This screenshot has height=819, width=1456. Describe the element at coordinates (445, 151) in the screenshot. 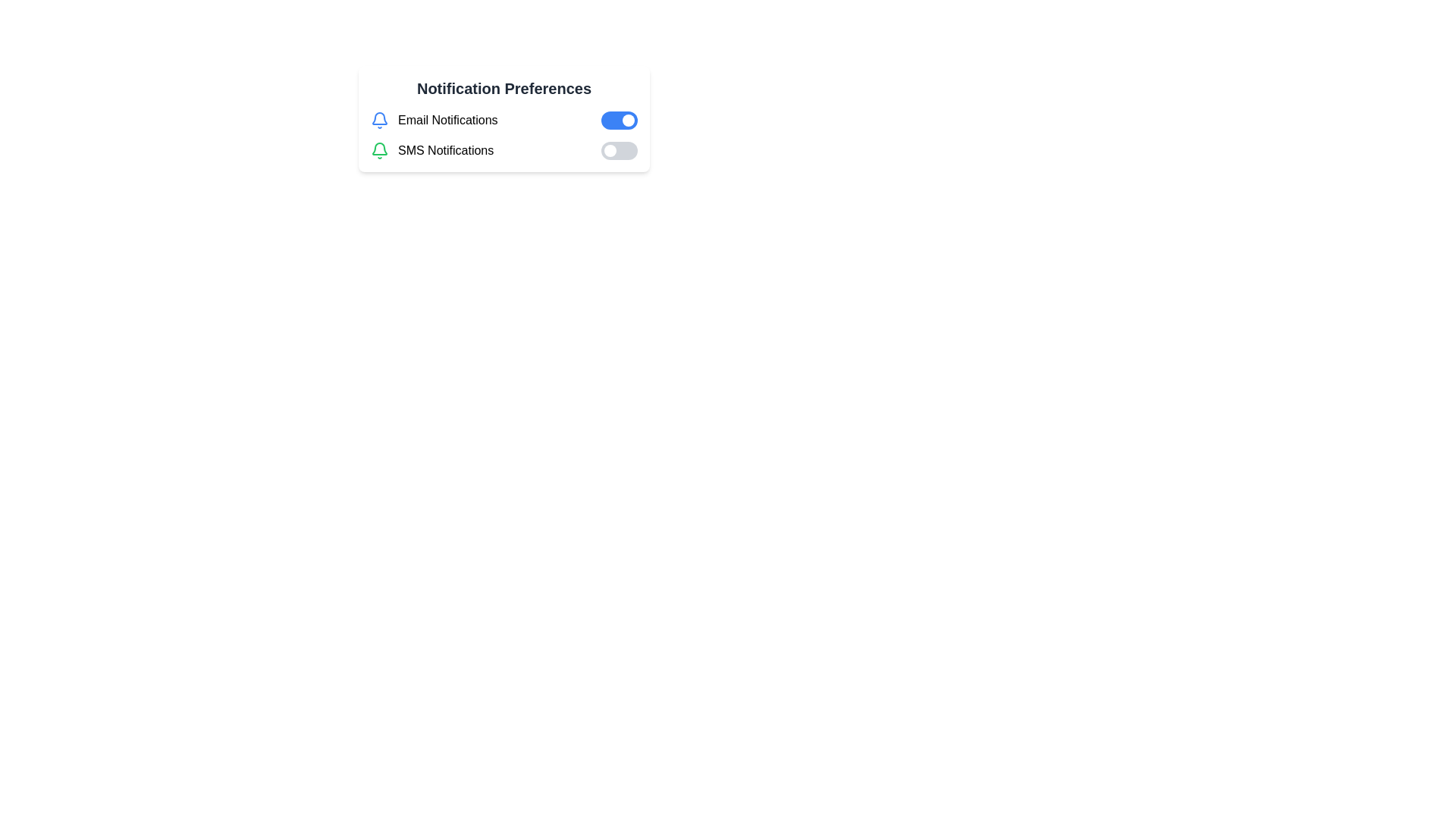

I see `text label displaying 'SMS Notifications', which is the second item in a vertical list under the 'Notification Preferences' heading` at that location.